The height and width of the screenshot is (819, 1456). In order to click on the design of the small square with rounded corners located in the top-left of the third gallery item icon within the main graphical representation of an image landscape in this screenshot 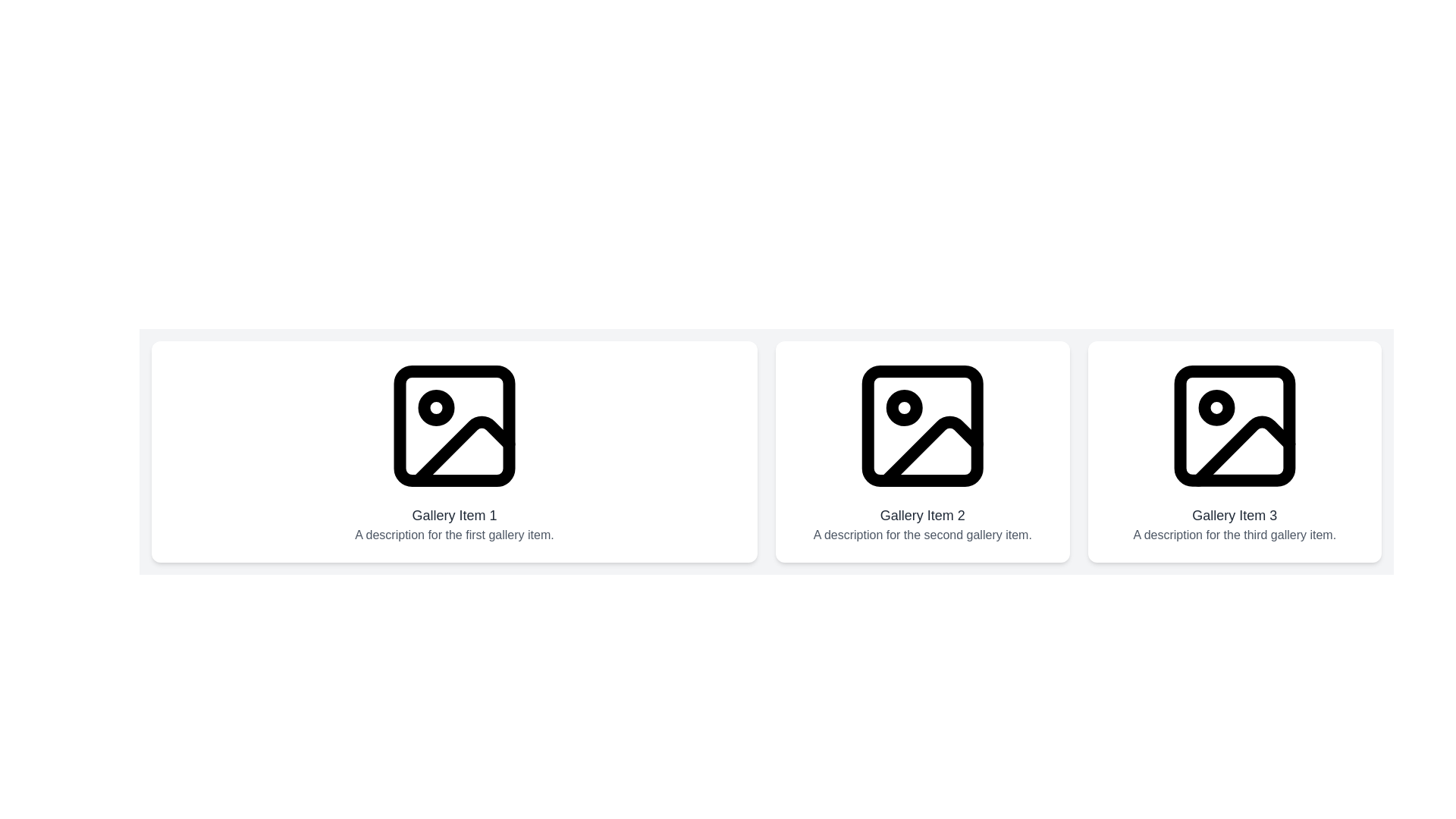, I will do `click(1235, 426)`.